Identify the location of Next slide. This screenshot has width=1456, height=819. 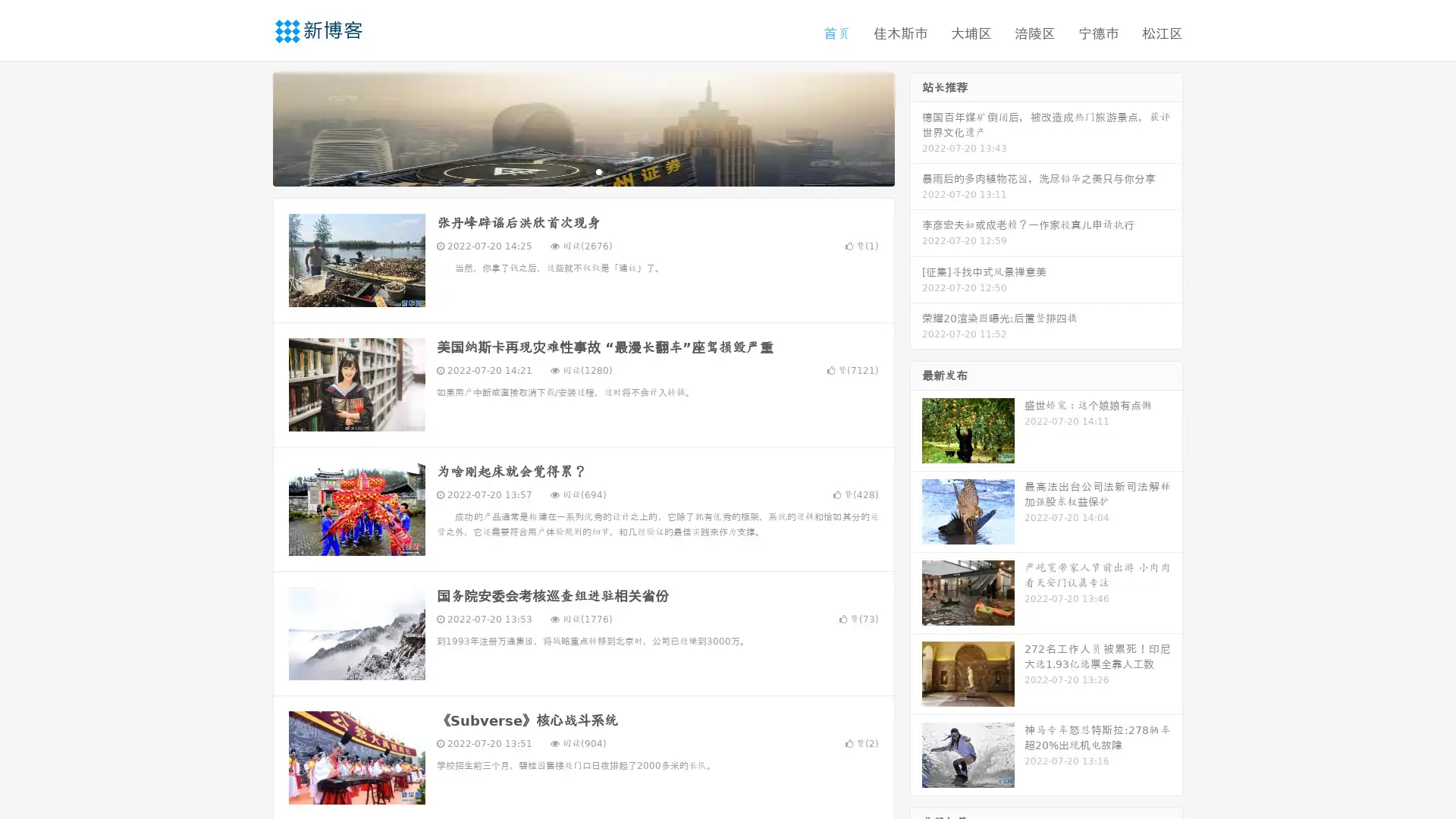
(916, 127).